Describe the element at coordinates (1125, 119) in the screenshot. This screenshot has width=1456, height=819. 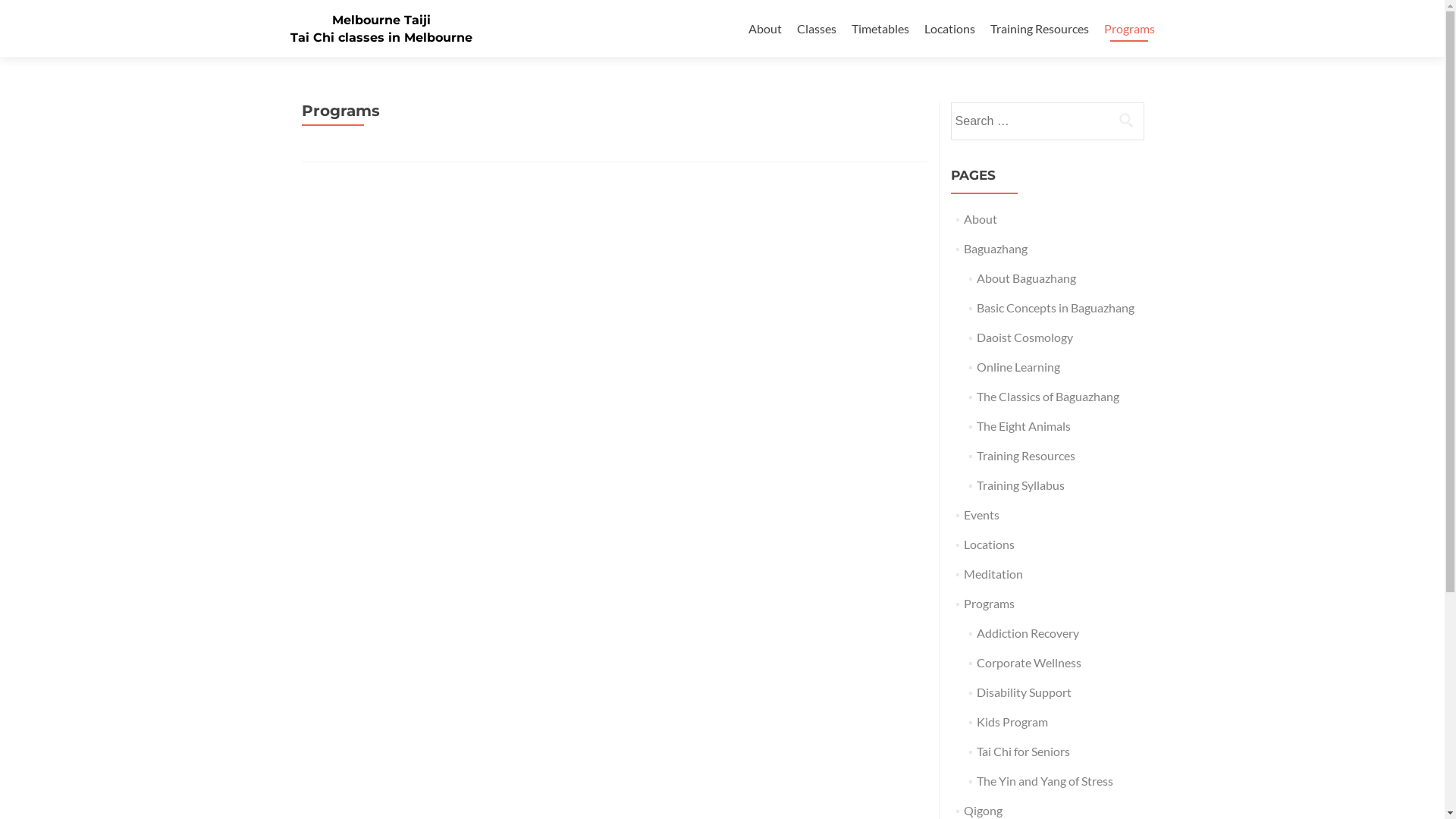
I see `'Search'` at that location.